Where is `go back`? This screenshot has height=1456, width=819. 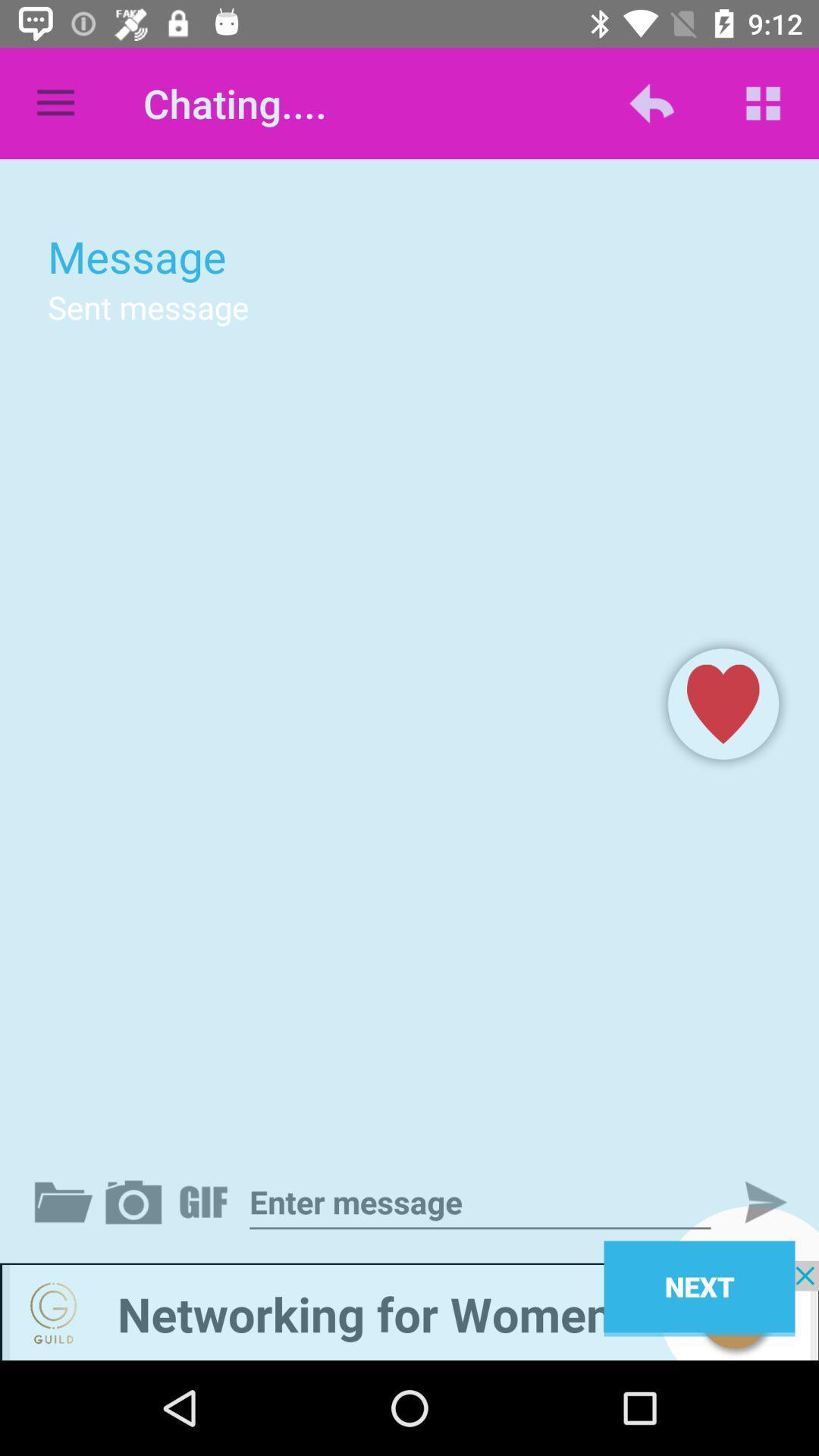
go back is located at coordinates (409, 1310).